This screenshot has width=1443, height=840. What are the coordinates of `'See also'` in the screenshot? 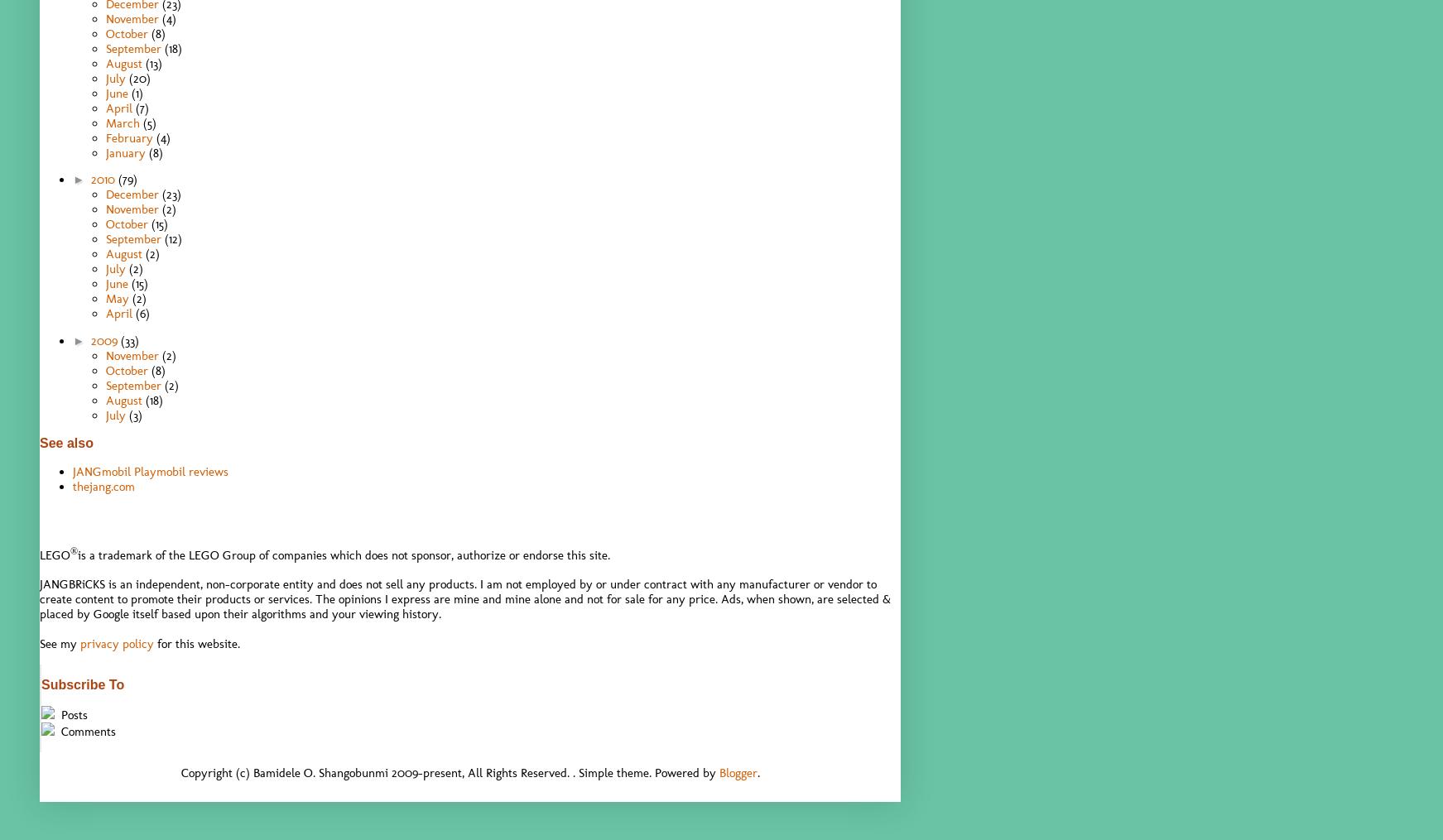 It's located at (65, 442).